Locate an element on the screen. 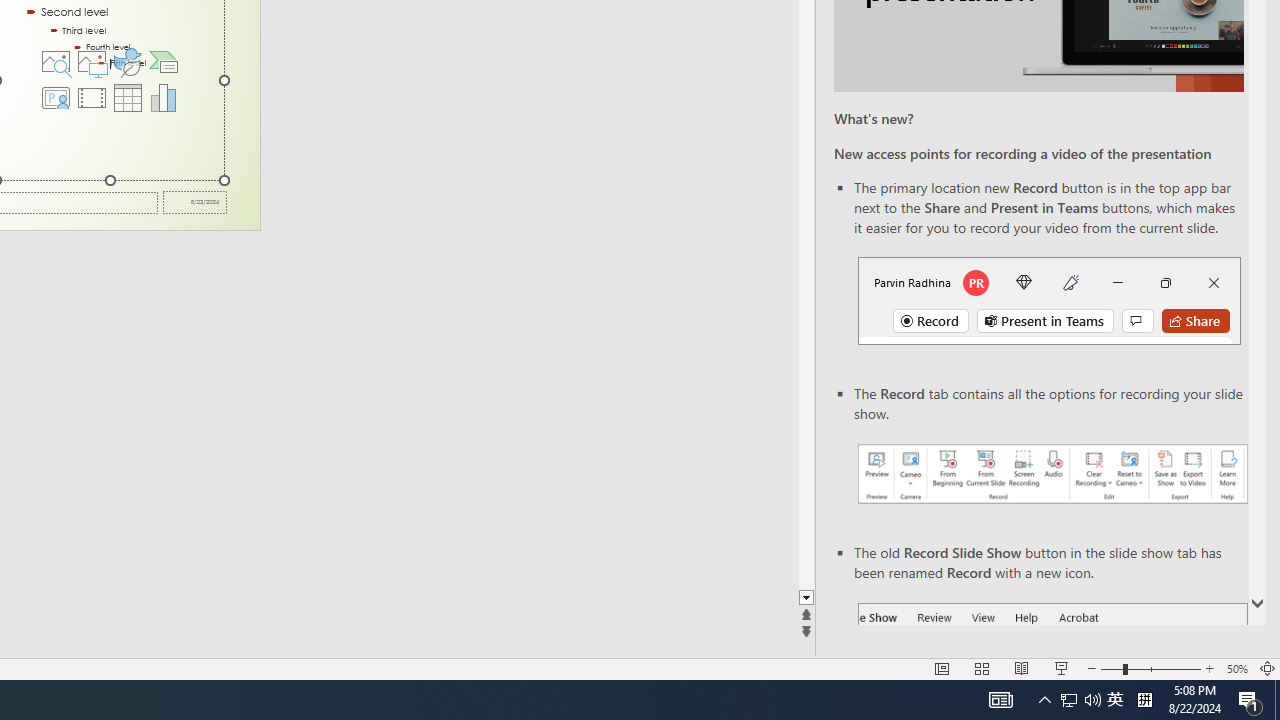 This screenshot has height=720, width=1280. 'Insert Table' is located at coordinates (127, 97).